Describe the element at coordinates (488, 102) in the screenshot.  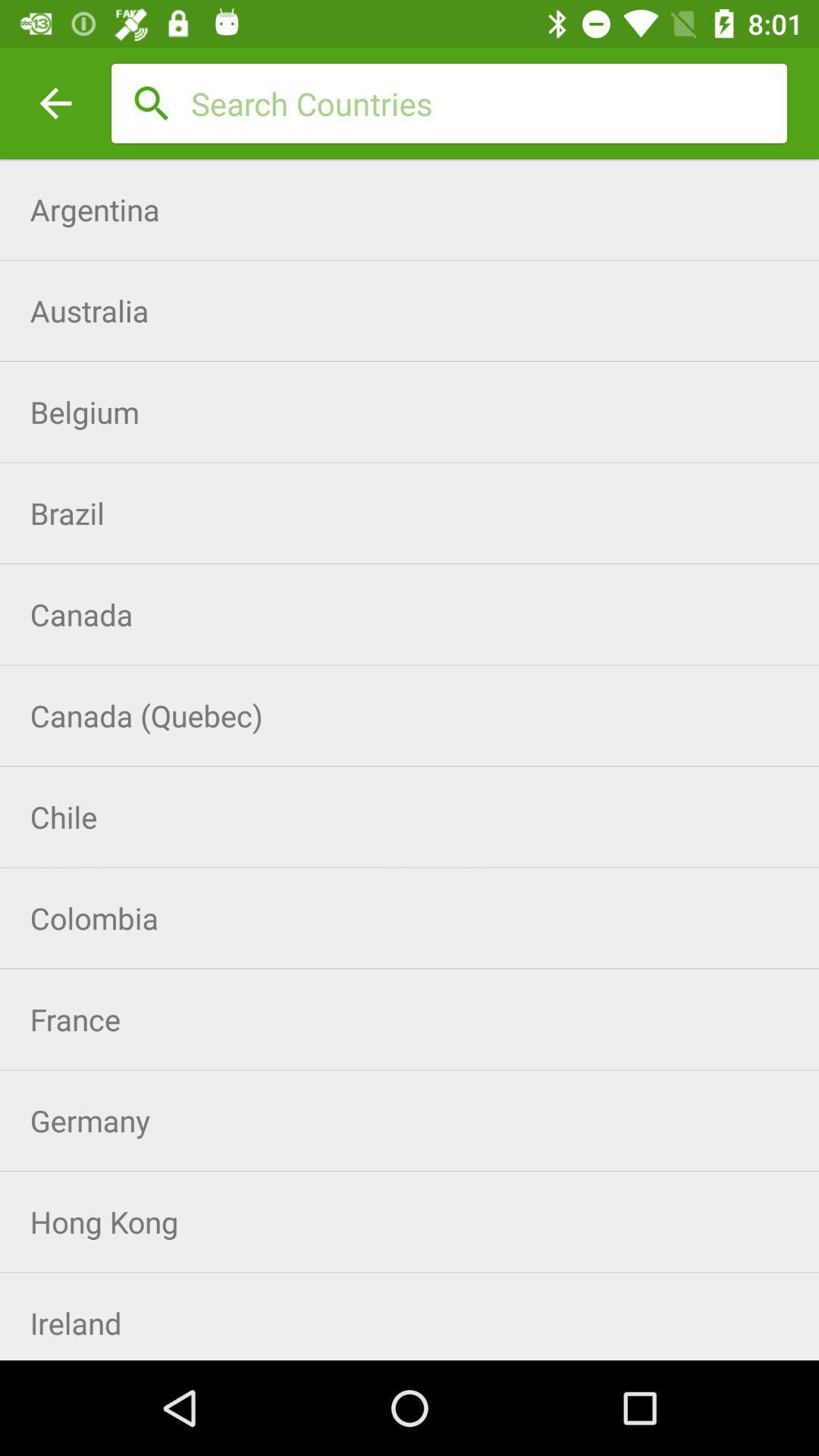
I see `the item above the argentina icon` at that location.